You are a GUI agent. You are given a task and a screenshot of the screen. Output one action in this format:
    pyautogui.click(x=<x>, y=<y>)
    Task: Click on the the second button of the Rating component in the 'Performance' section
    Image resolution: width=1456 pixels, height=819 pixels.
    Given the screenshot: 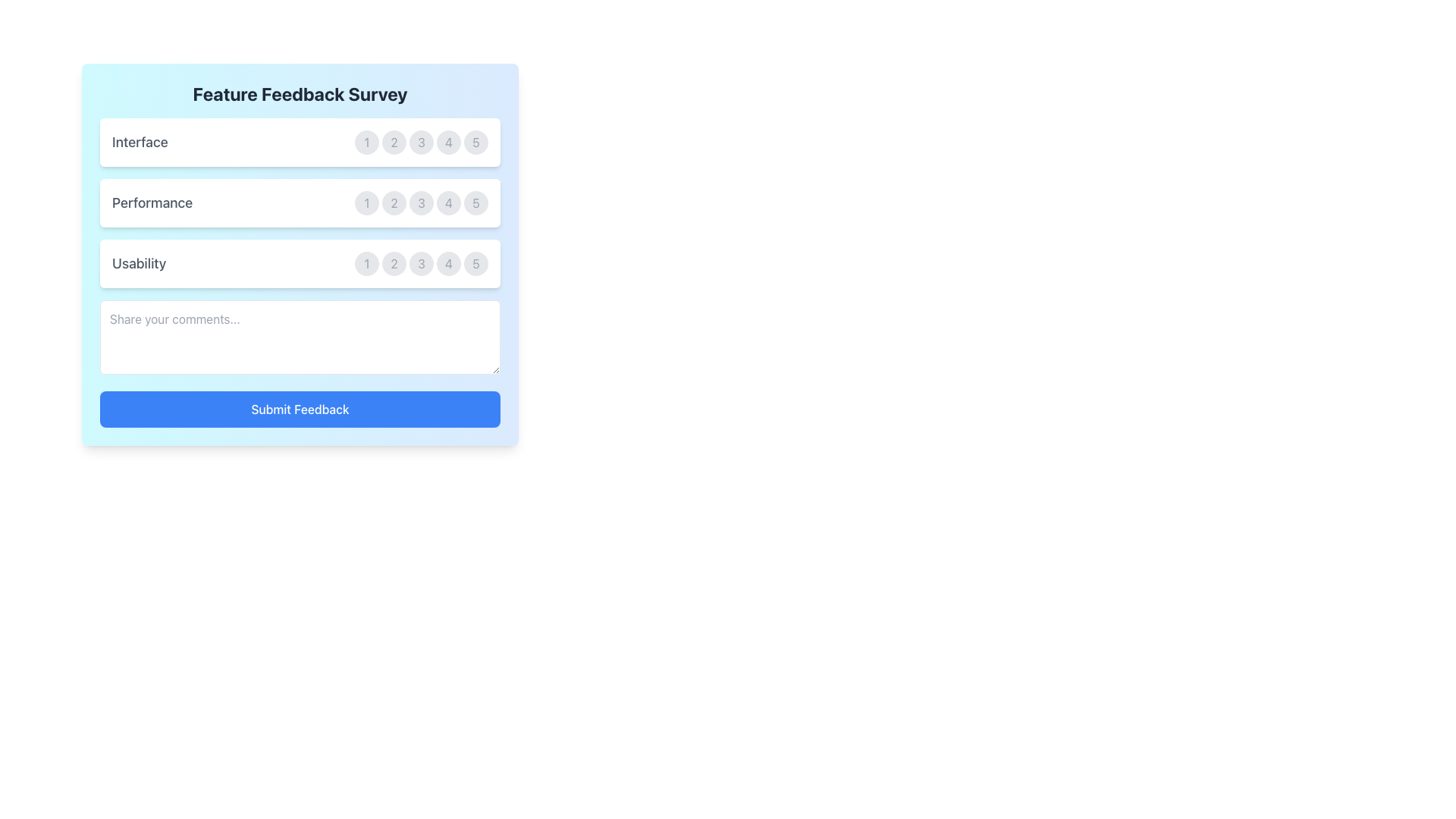 What is the action you would take?
    pyautogui.click(x=422, y=202)
    